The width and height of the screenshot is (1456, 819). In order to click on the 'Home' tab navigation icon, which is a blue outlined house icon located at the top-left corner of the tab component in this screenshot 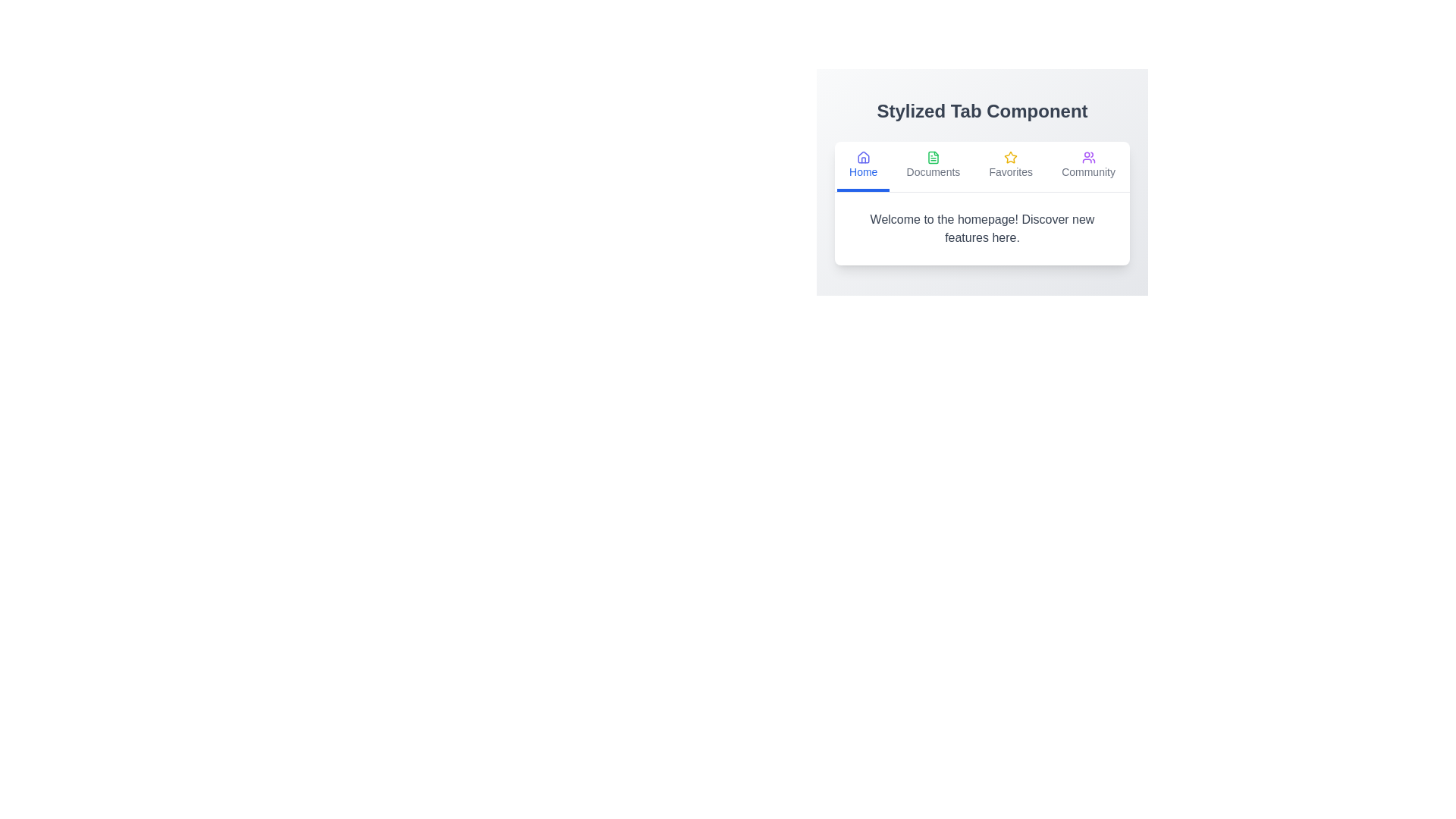, I will do `click(863, 158)`.